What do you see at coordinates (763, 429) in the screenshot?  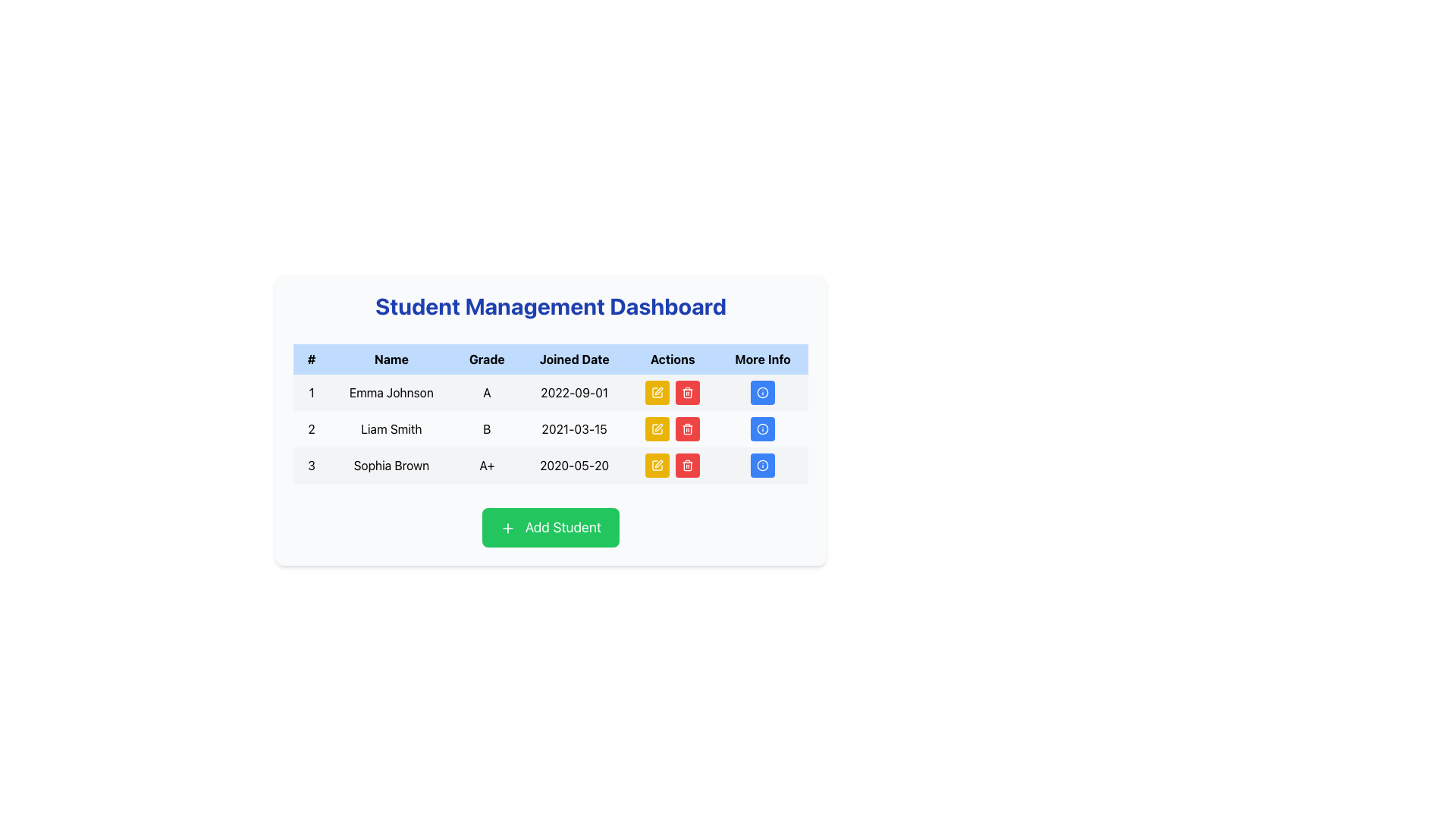 I see `the 'More Info' button for student 'Liam Smith'` at bounding box center [763, 429].